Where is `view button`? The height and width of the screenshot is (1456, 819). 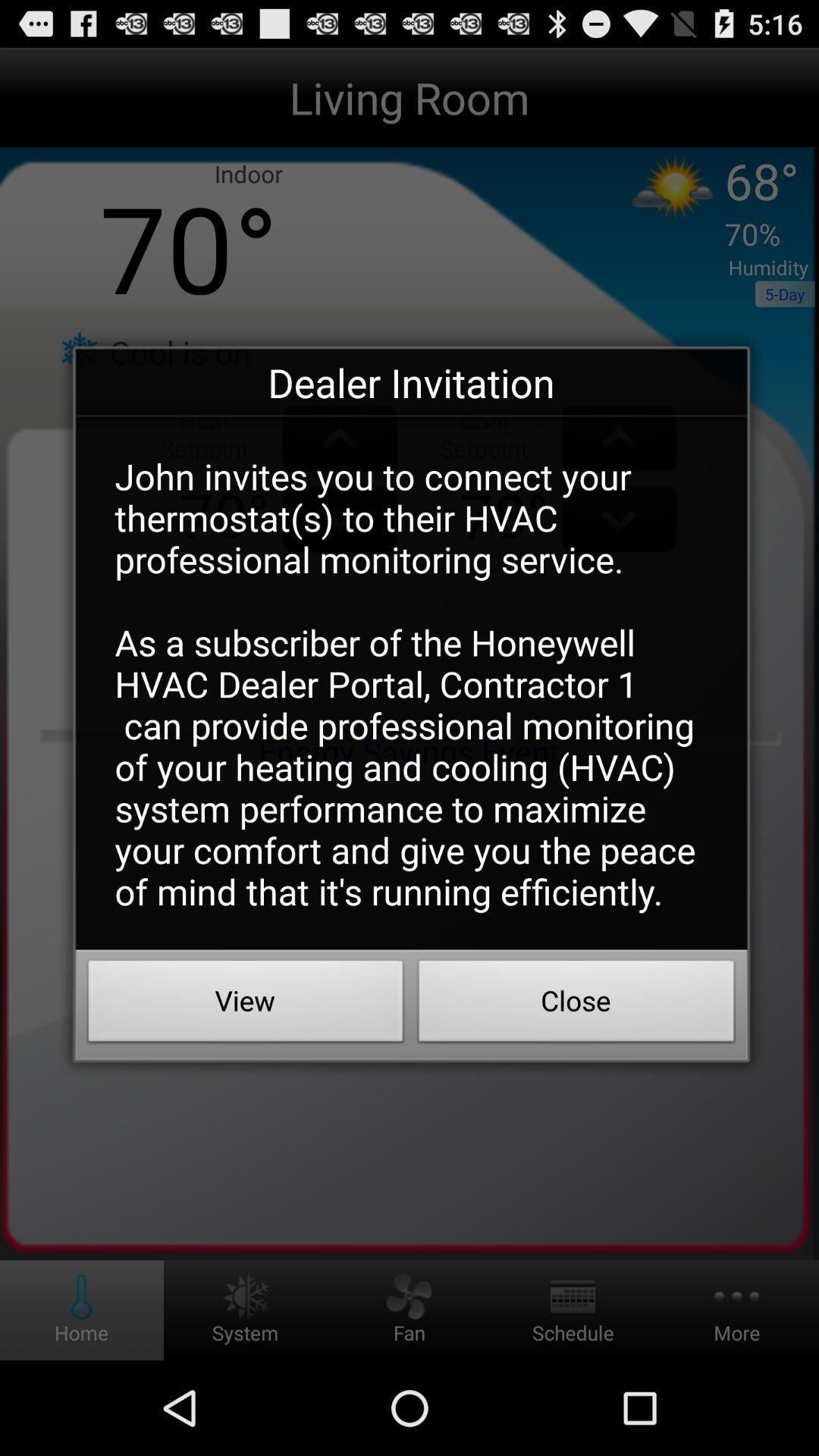
view button is located at coordinates (245, 1005).